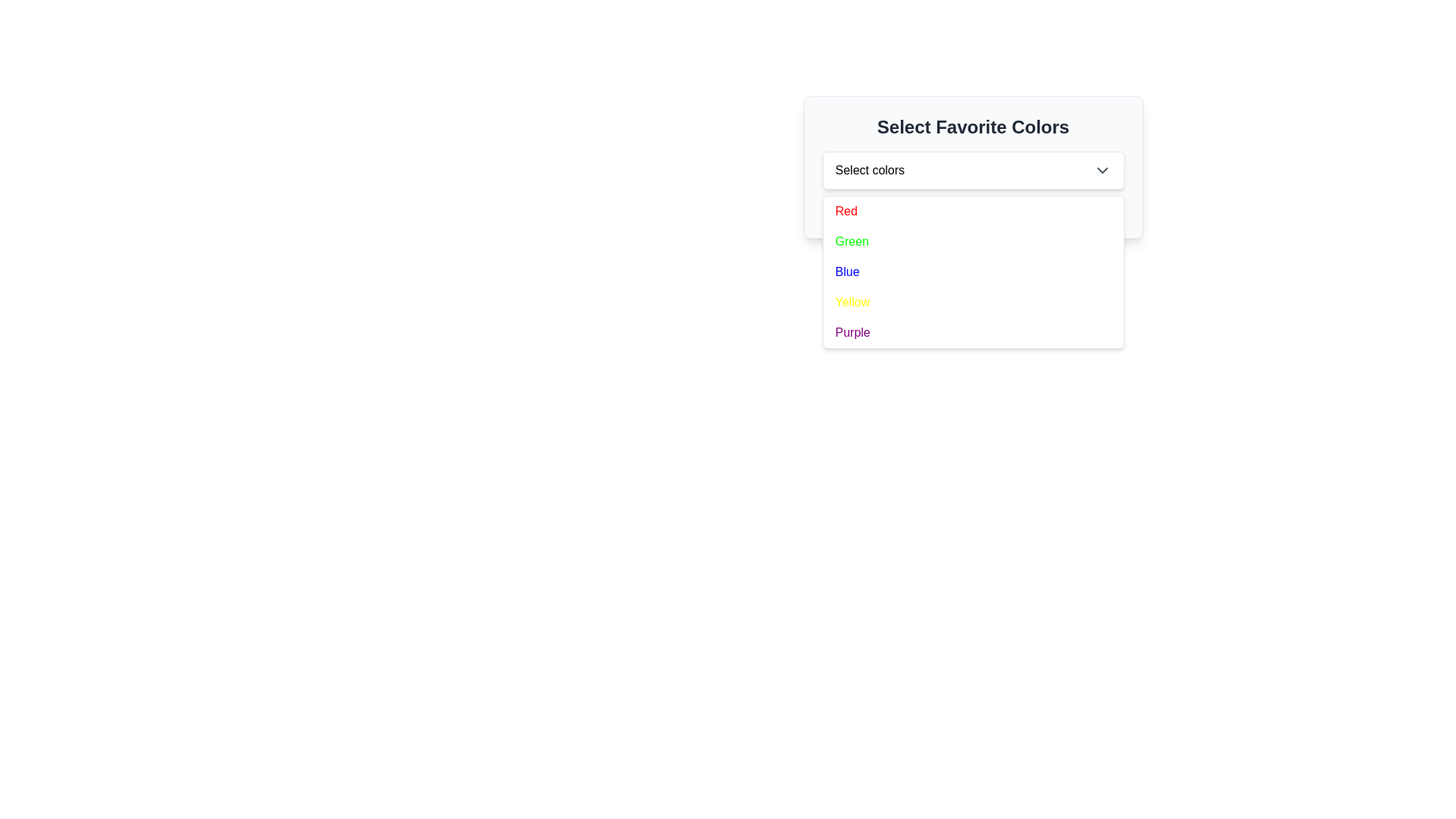  Describe the element at coordinates (973, 167) in the screenshot. I see `an option from the dropdown menu labeled 'Select colors' under the header 'Select Favorite Colors'` at that location.